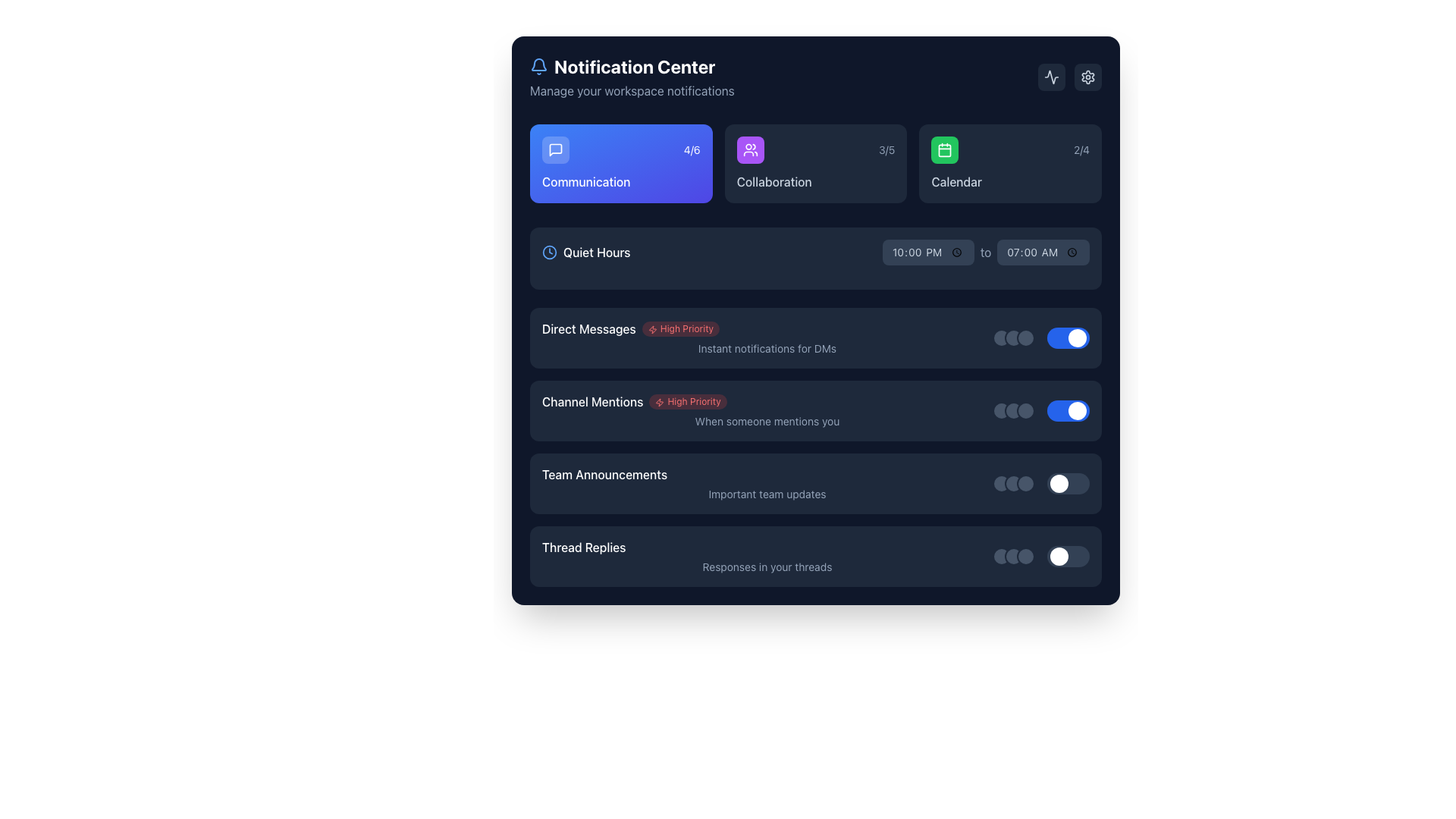 The height and width of the screenshot is (819, 1456). Describe the element at coordinates (1001, 556) in the screenshot. I see `the first circular indicator in the horizontal group of three circles, which is located at the far left and adjacent to a toggle switch` at that location.